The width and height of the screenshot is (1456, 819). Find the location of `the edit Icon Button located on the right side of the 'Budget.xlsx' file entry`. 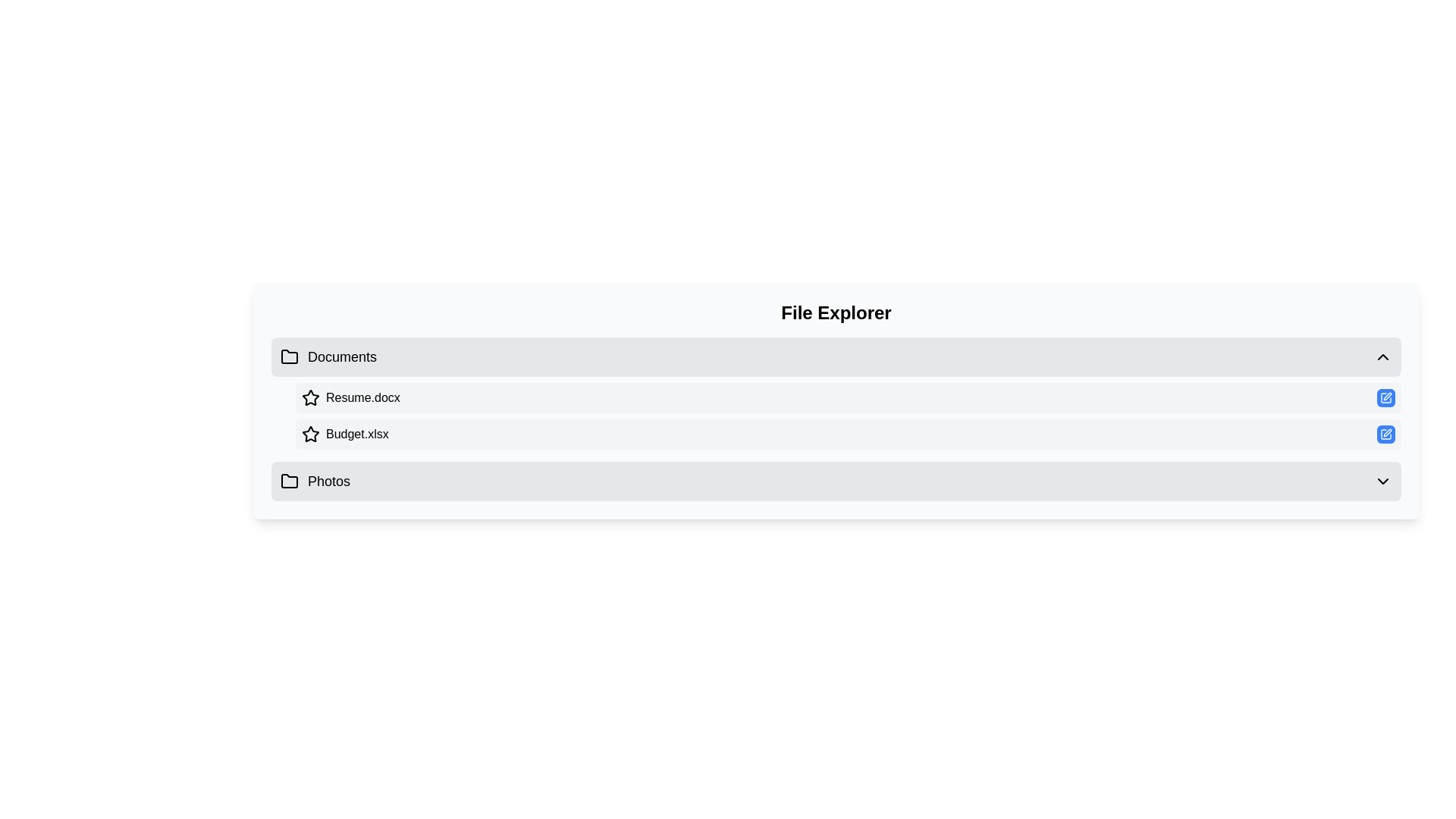

the edit Icon Button located on the right side of the 'Budget.xlsx' file entry is located at coordinates (1386, 435).